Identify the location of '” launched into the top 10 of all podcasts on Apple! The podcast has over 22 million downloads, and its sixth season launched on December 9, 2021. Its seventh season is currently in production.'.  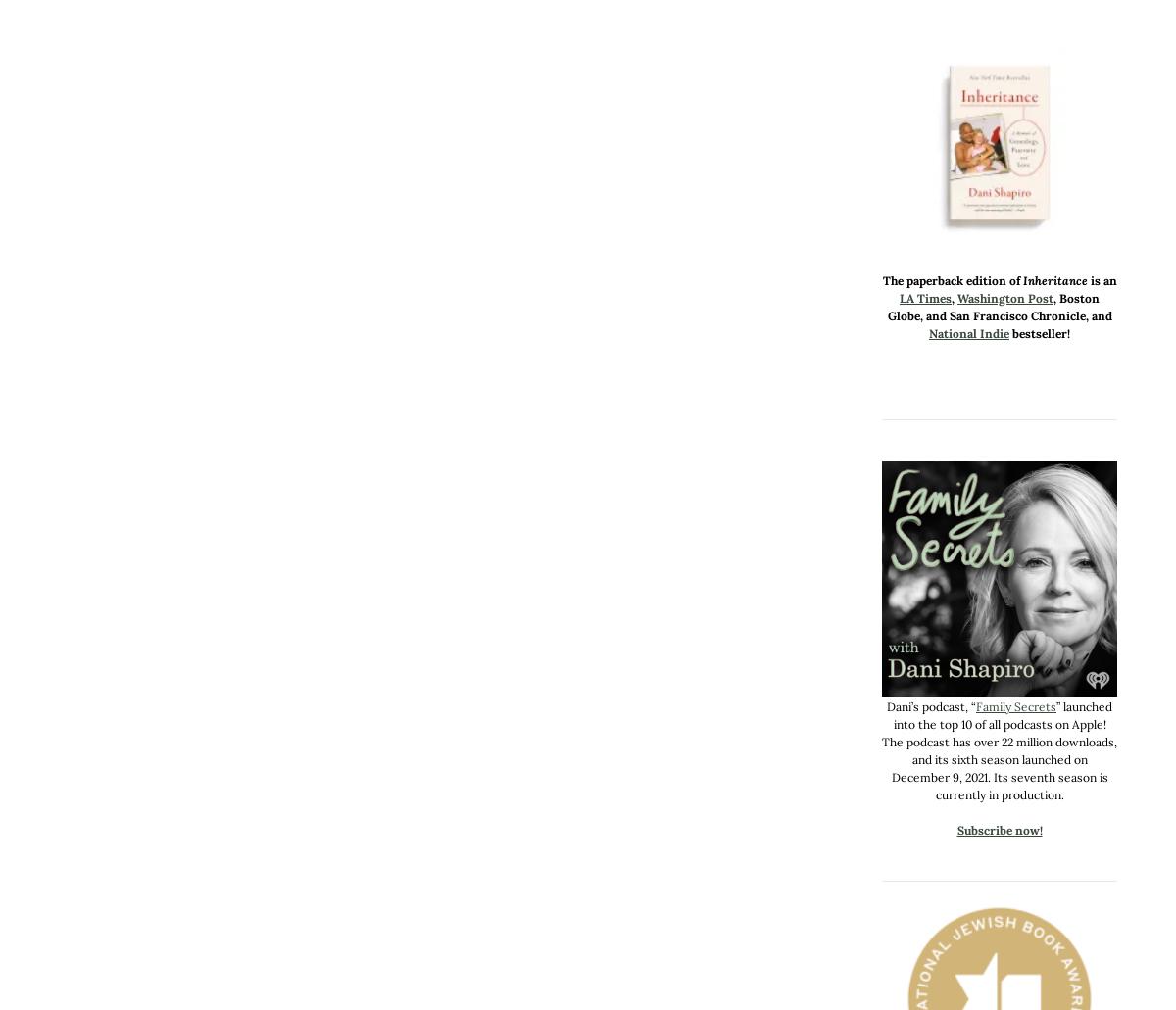
(1000, 749).